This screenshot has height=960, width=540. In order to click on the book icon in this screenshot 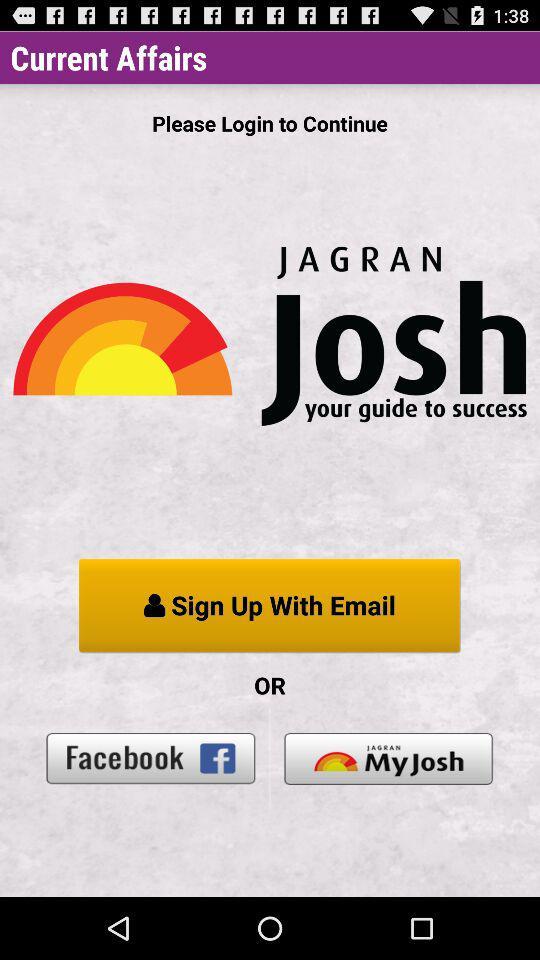, I will do `click(388, 811)`.